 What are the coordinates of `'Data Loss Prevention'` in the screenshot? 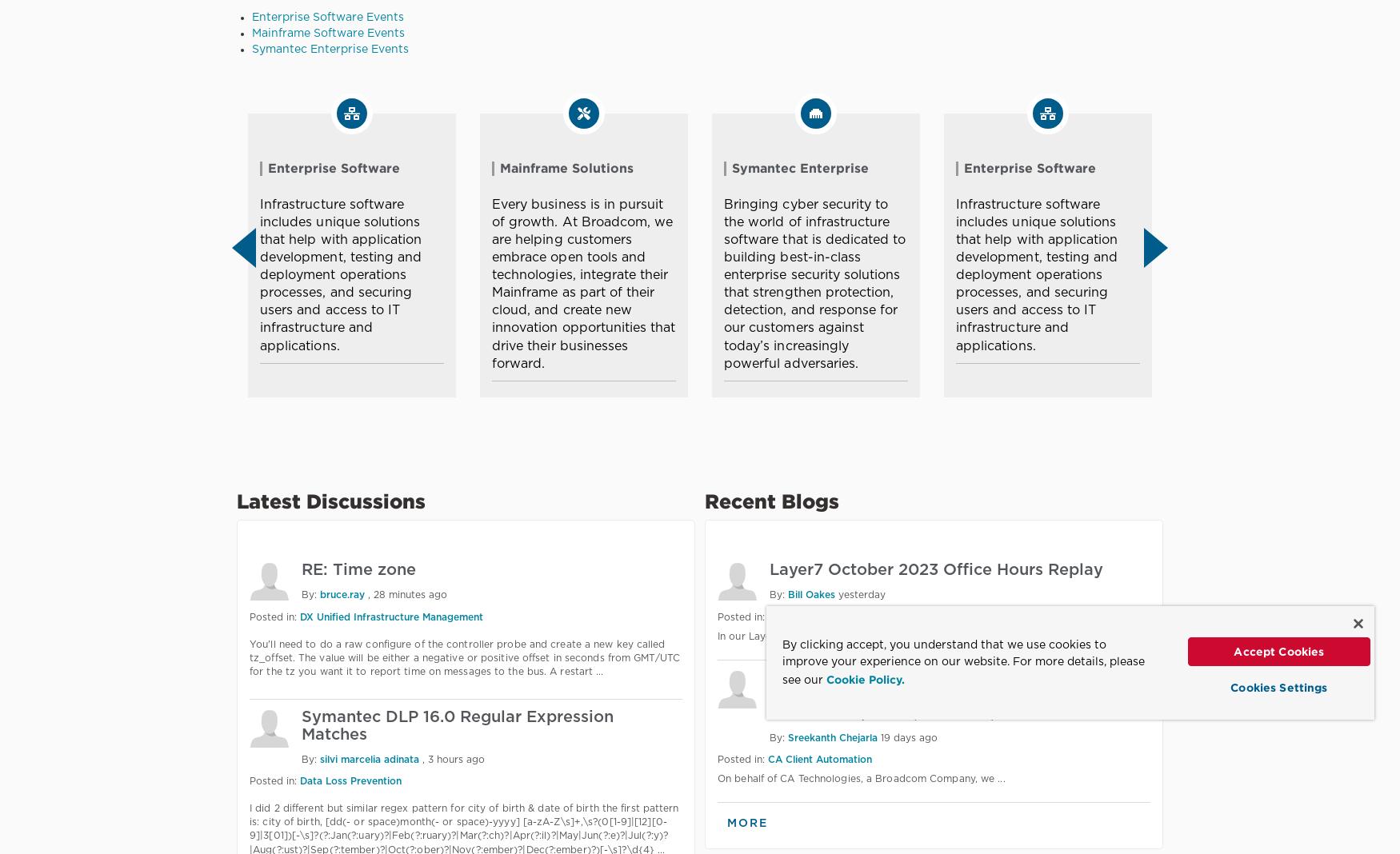 It's located at (300, 781).